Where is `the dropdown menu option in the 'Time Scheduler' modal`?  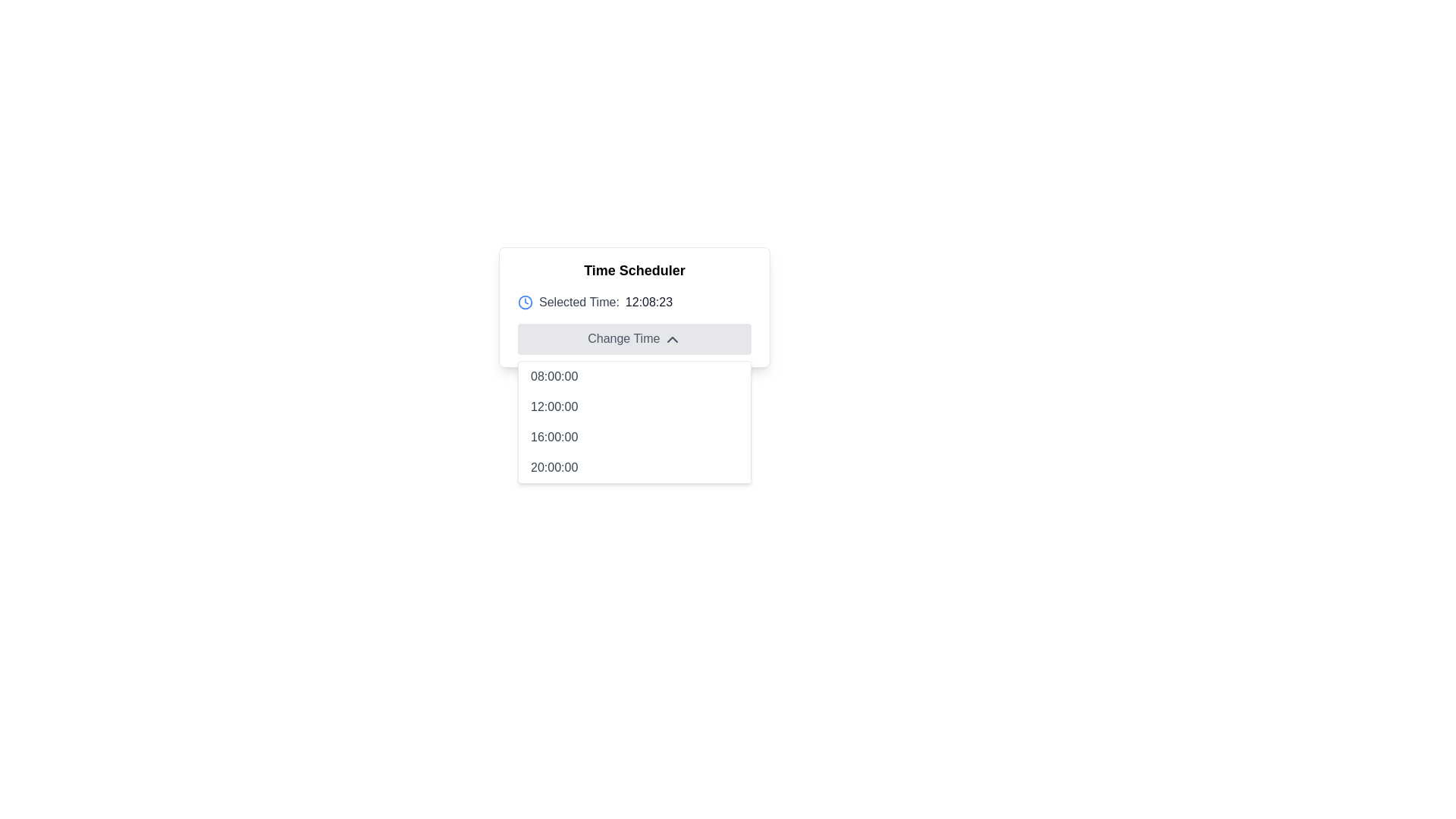
the dropdown menu option in the 'Time Scheduler' modal is located at coordinates (634, 421).